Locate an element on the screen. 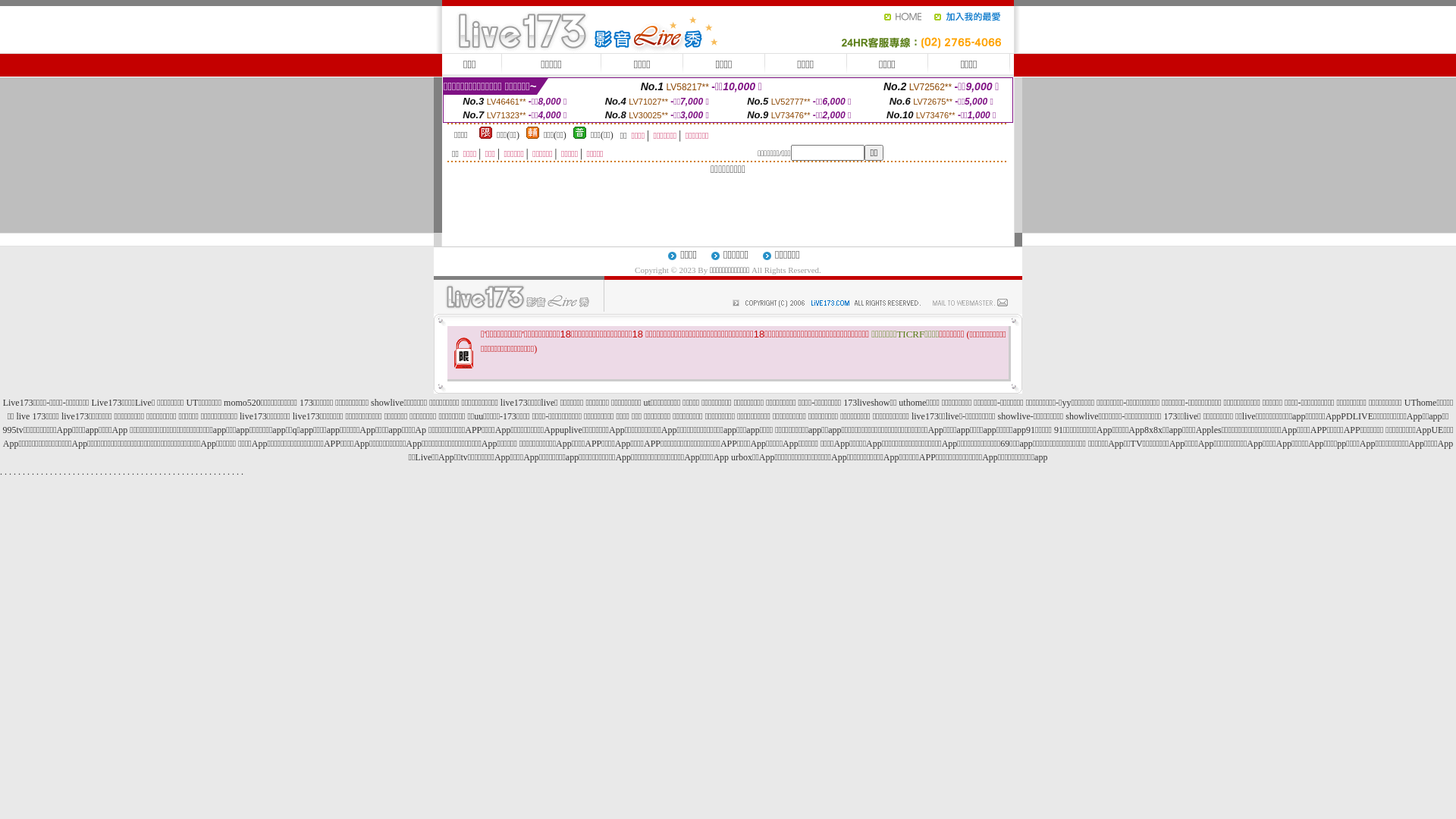 This screenshot has height=819, width=1456. '.' is located at coordinates (42, 470).